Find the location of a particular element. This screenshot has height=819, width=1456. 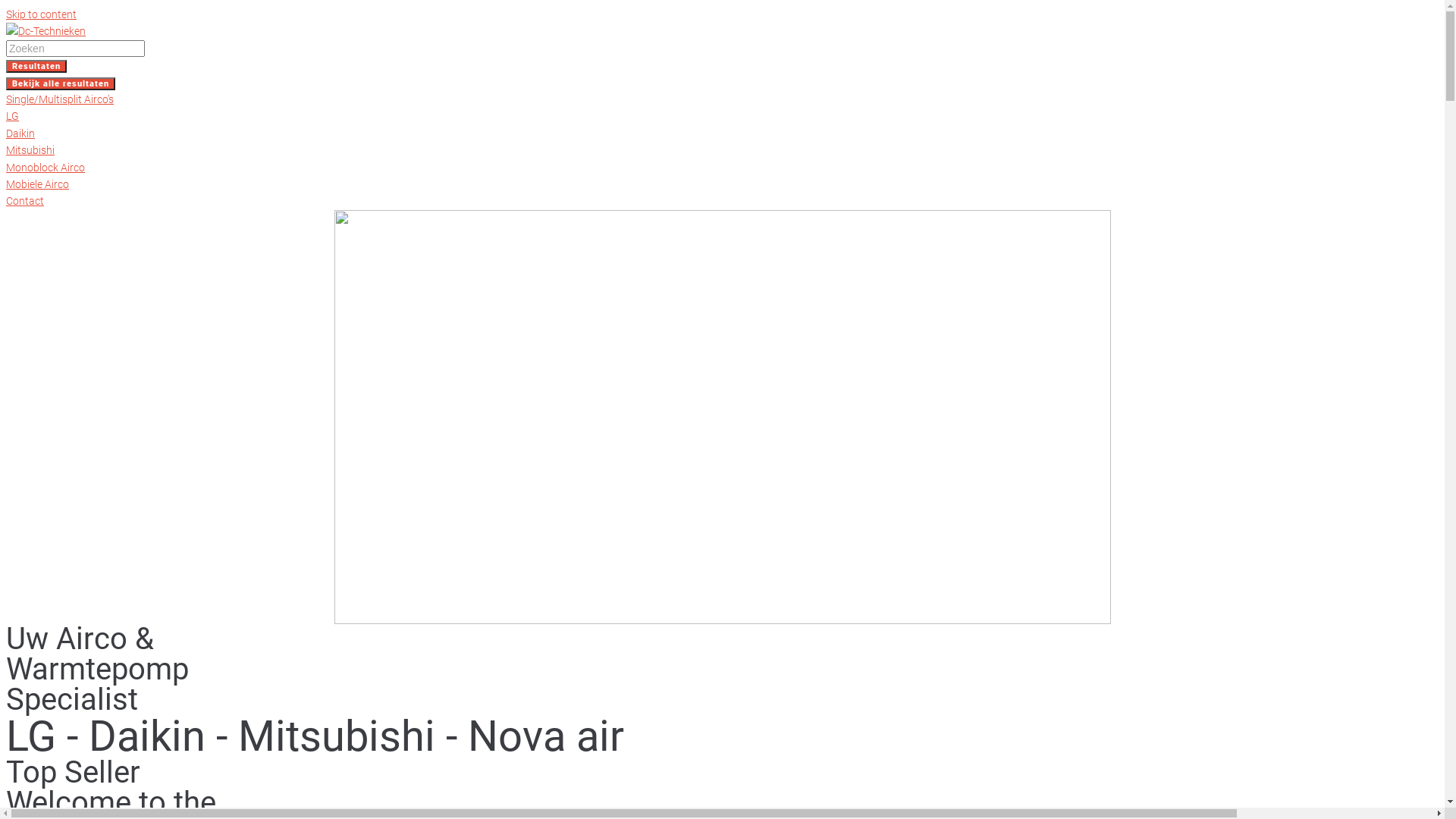

'Monoblock Airco' is located at coordinates (45, 167).